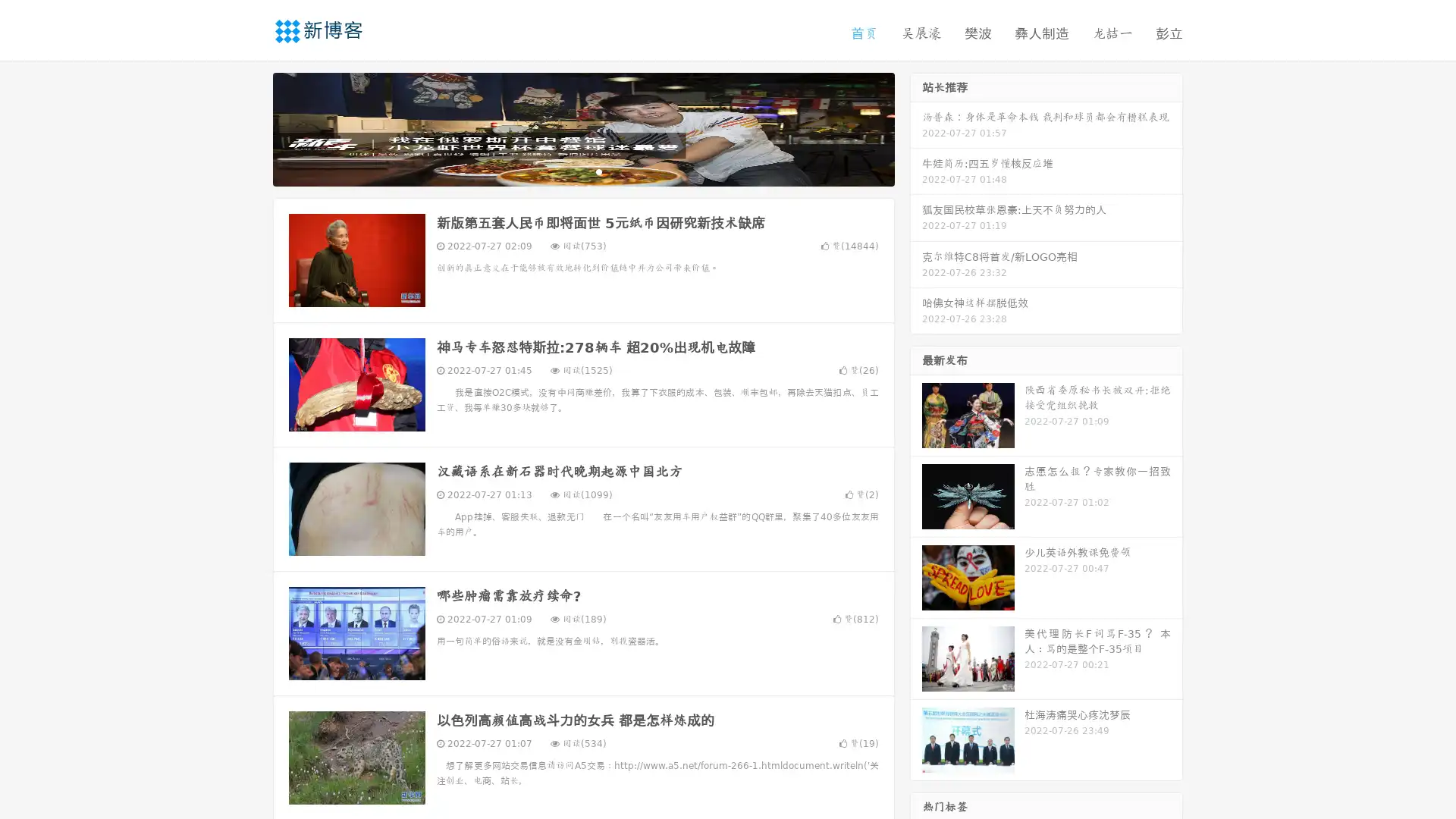  I want to click on Go to slide 2, so click(582, 171).